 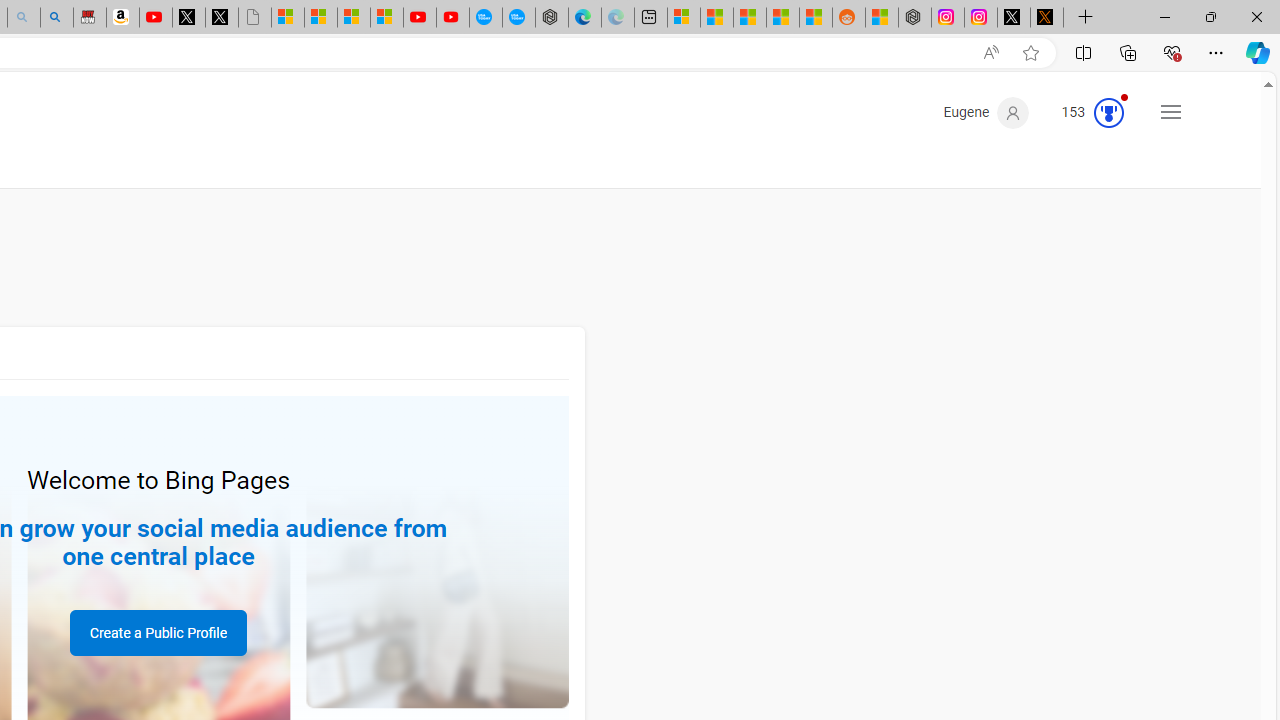 What do you see at coordinates (816, 17) in the screenshot?
I see `'Shanghai, China Weather trends | Microsoft Weather'` at bounding box center [816, 17].